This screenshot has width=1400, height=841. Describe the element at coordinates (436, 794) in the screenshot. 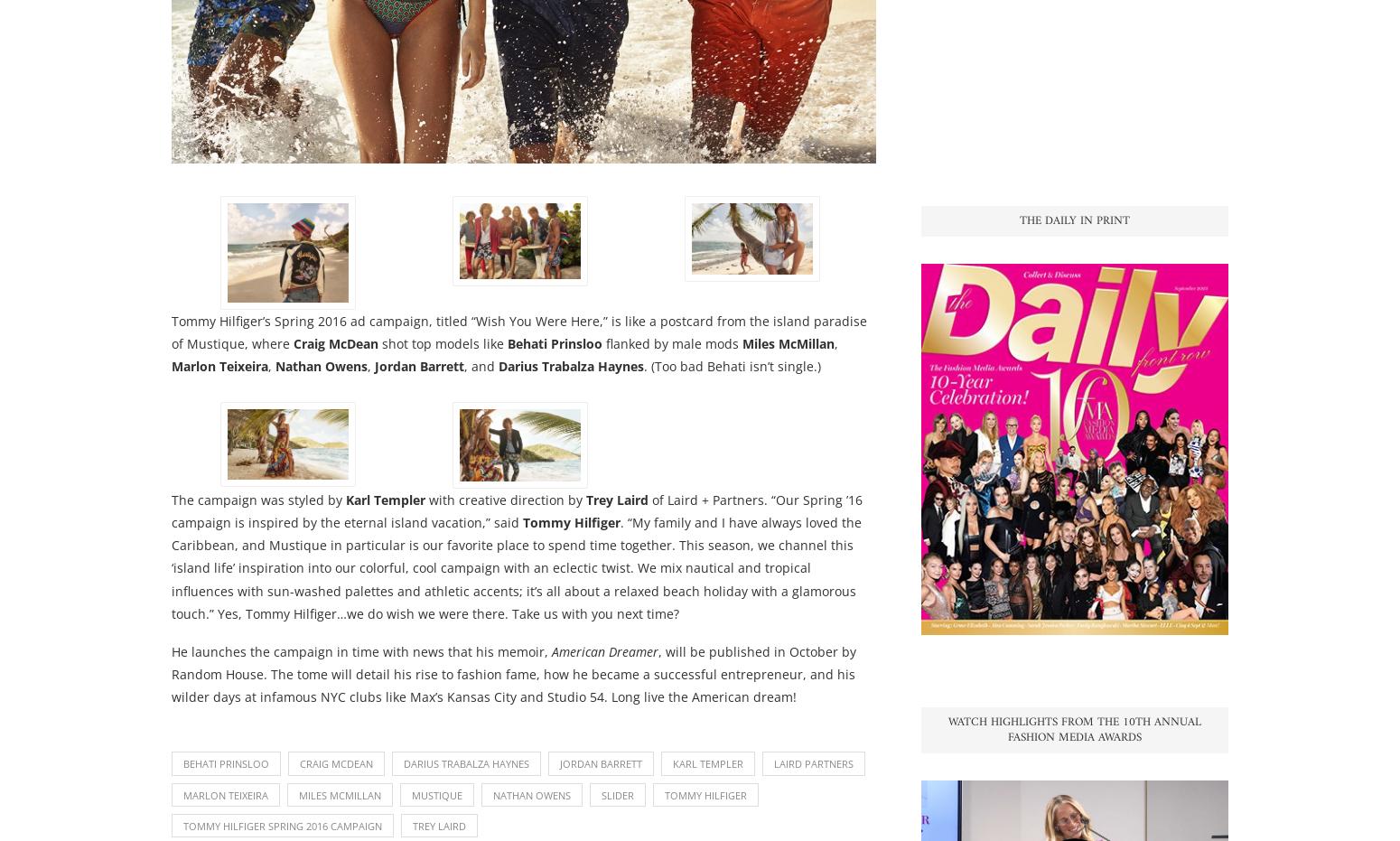

I see `'Mustique'` at that location.